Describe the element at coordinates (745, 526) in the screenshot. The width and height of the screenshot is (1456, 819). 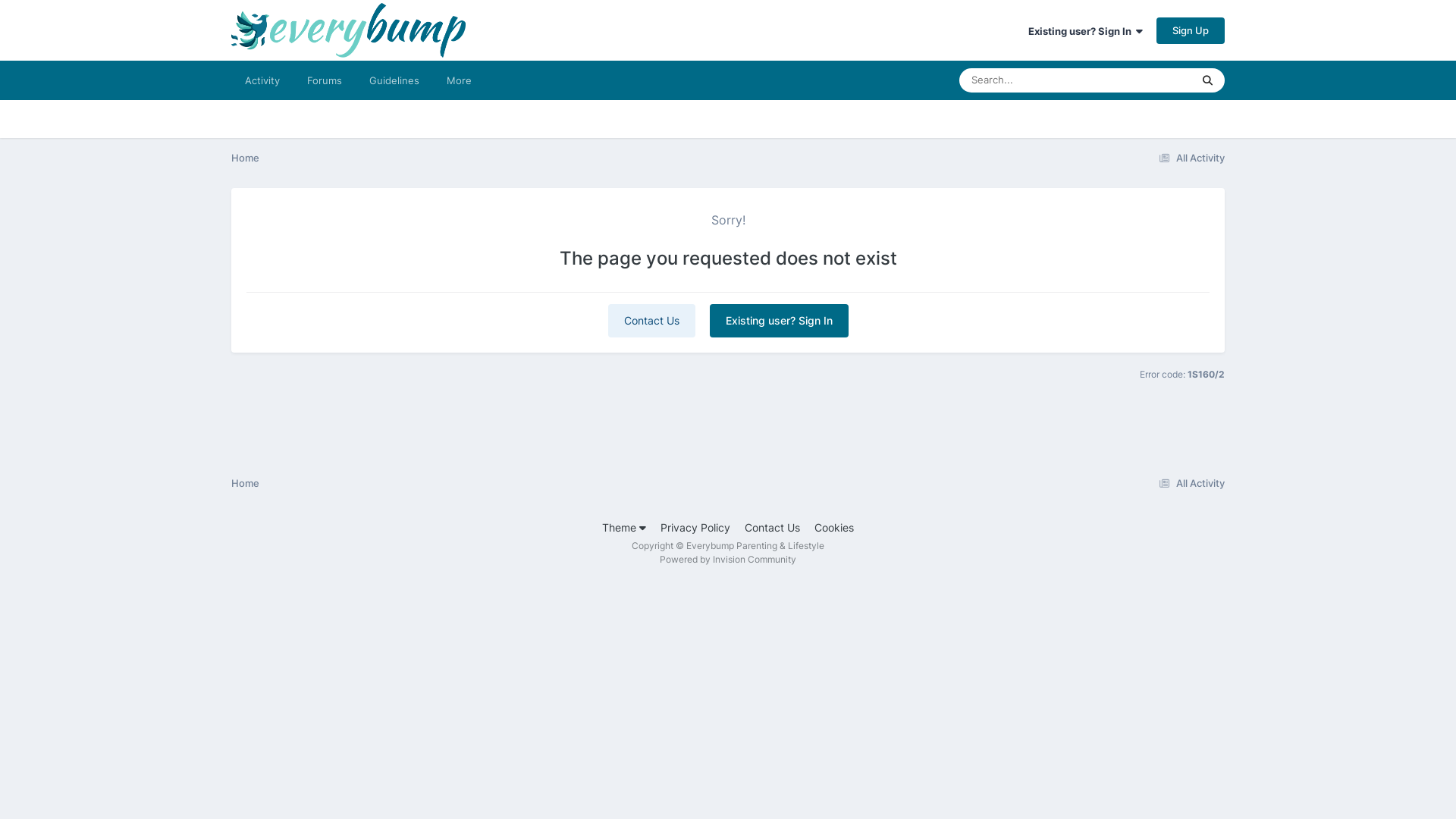
I see `'Contact Us'` at that location.